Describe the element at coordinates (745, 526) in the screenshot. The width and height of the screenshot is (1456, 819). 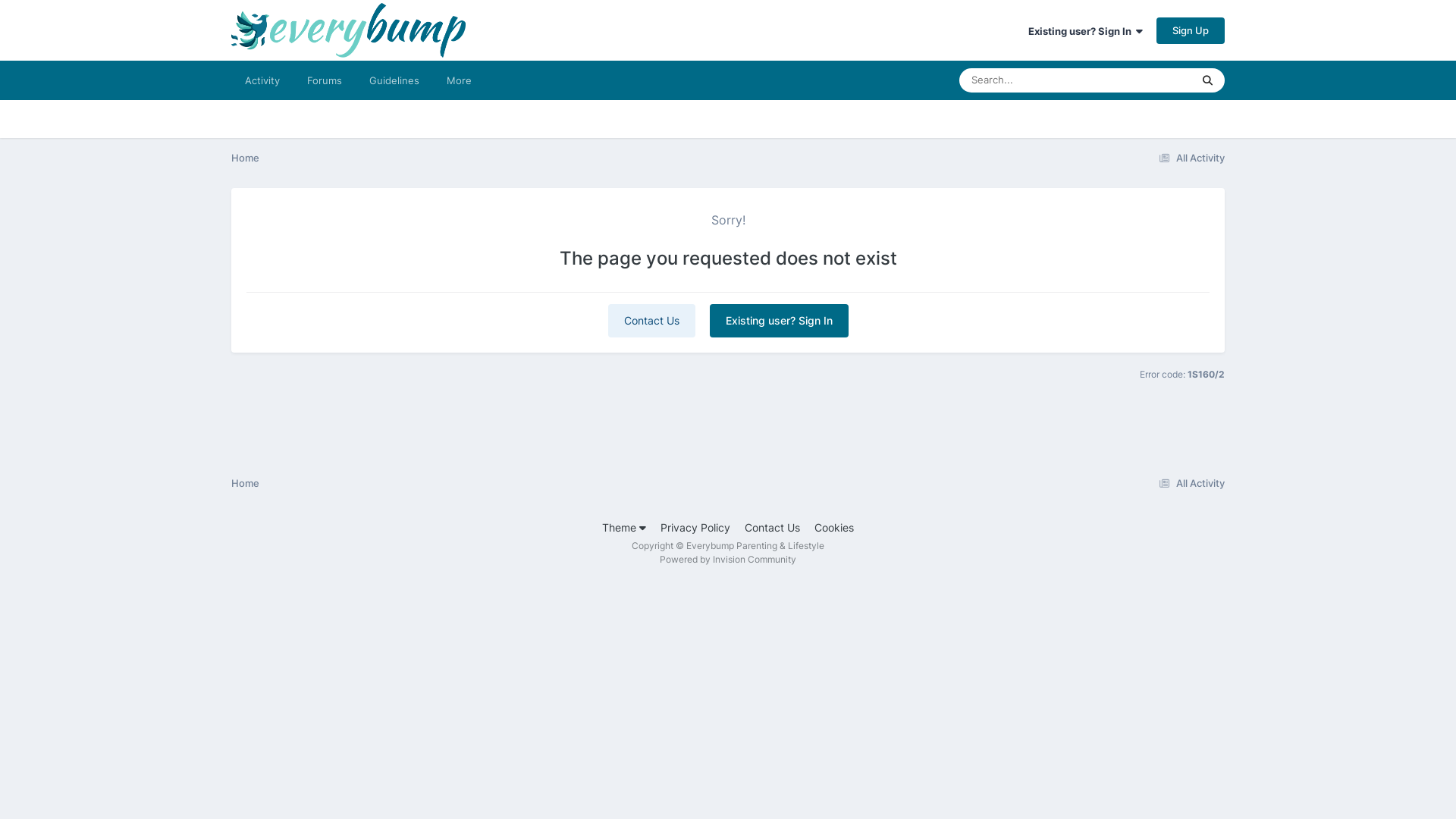
I see `'Contact Us'` at that location.